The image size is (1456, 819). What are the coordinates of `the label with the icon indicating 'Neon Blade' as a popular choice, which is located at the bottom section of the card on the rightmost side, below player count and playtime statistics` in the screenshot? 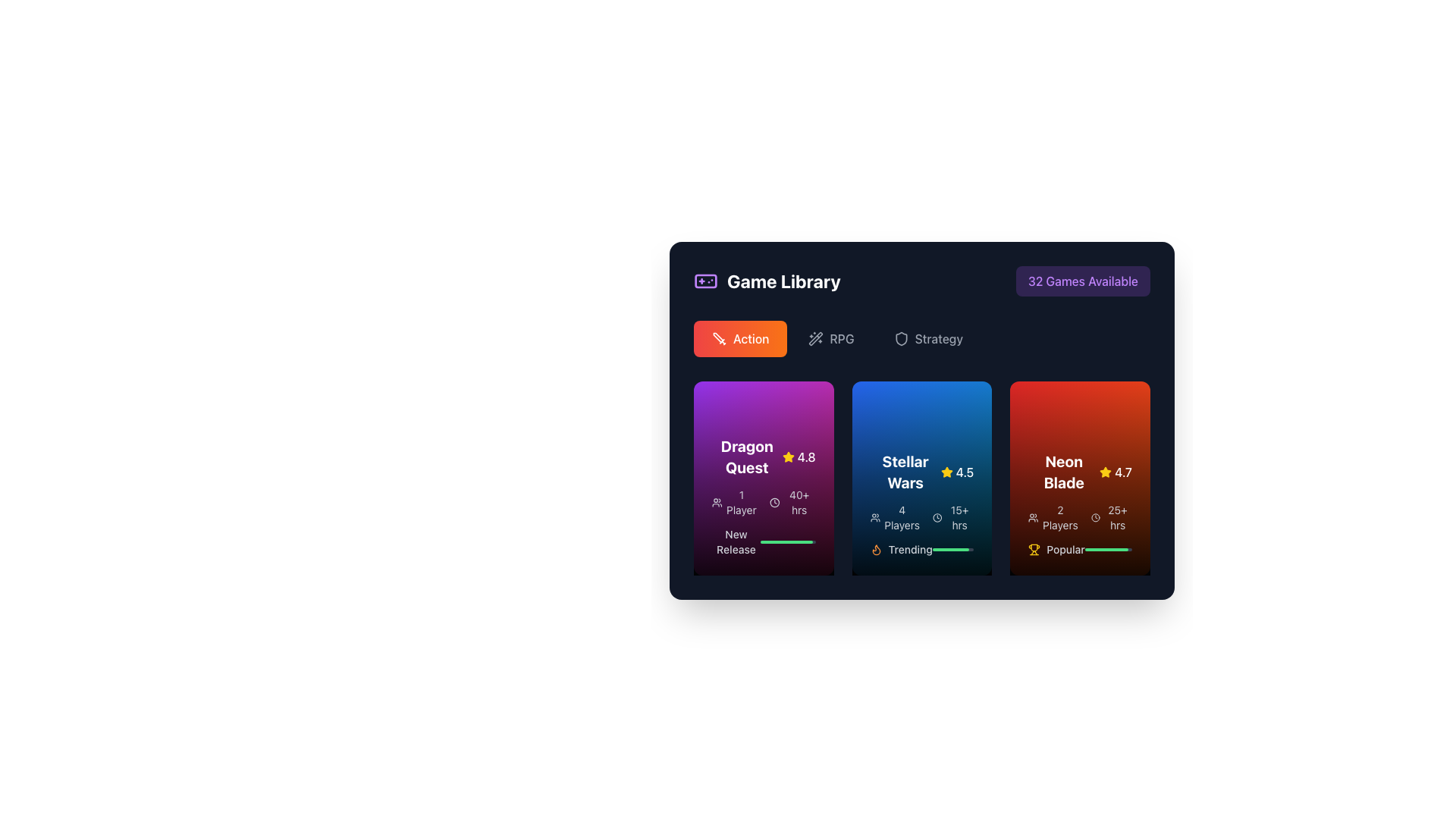 It's located at (1056, 550).